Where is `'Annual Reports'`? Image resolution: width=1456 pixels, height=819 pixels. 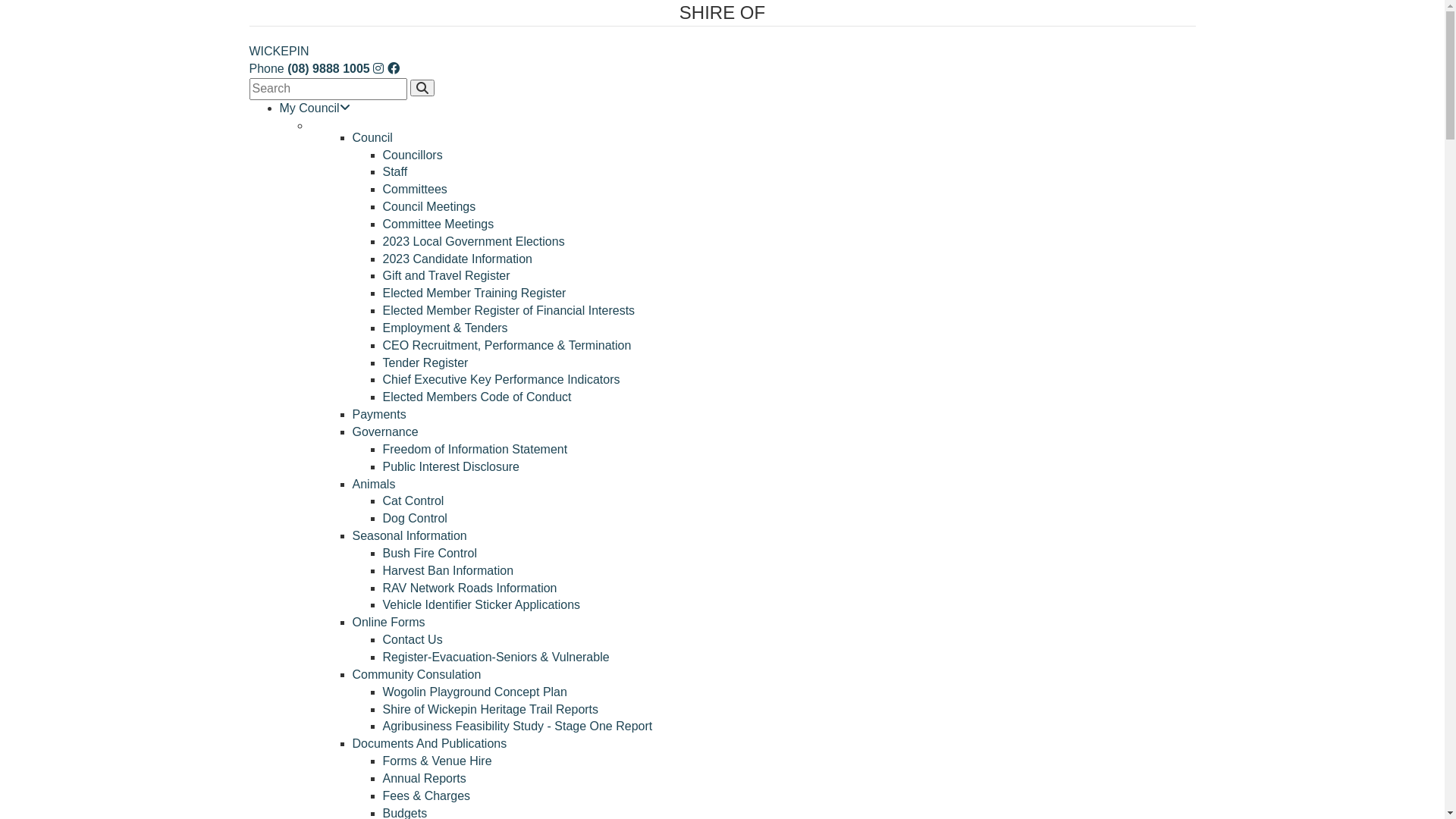 'Annual Reports' is located at coordinates (382, 778).